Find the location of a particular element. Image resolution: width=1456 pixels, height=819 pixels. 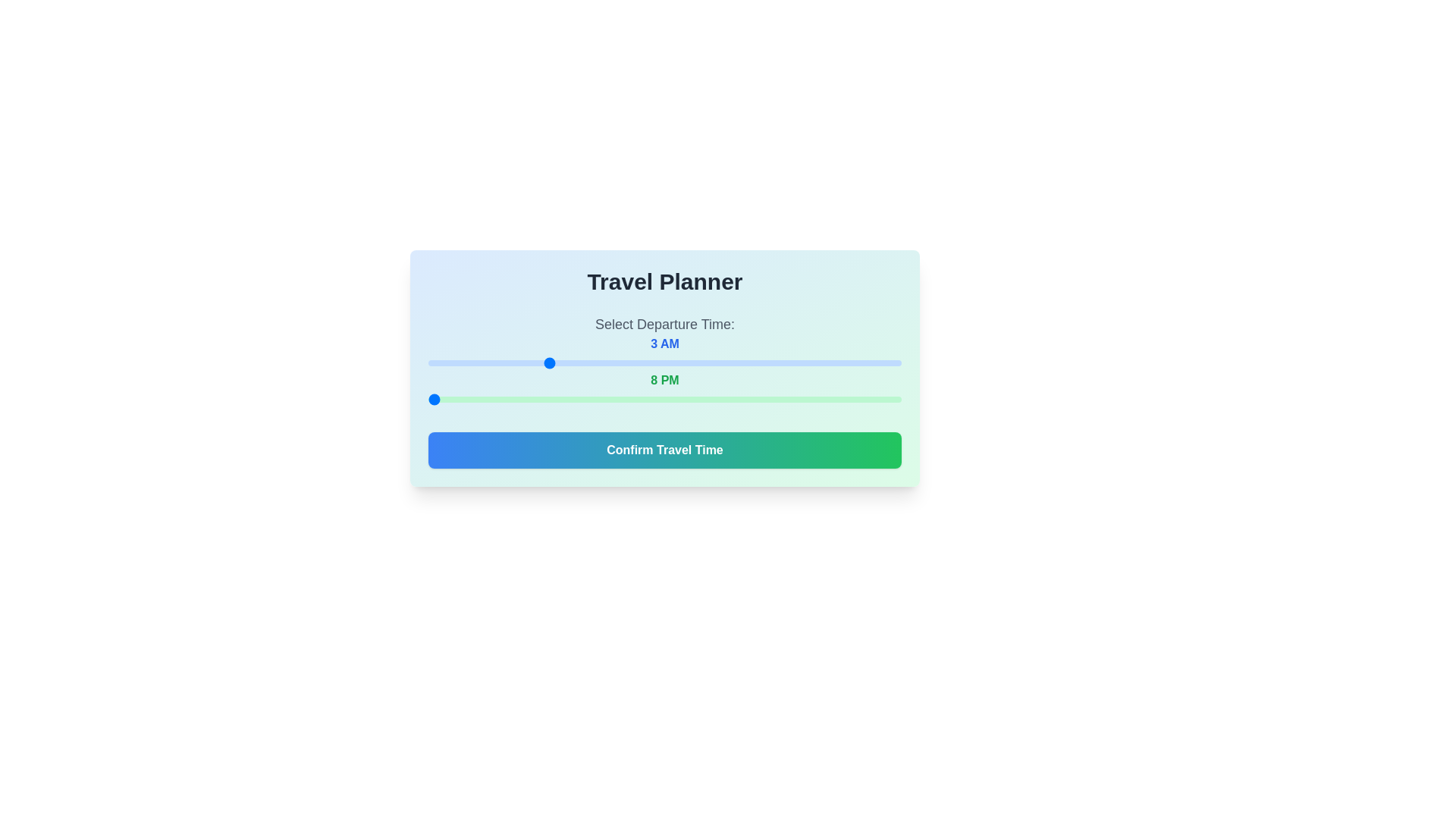

the interactive panel located centrally in the UI is located at coordinates (665, 369).